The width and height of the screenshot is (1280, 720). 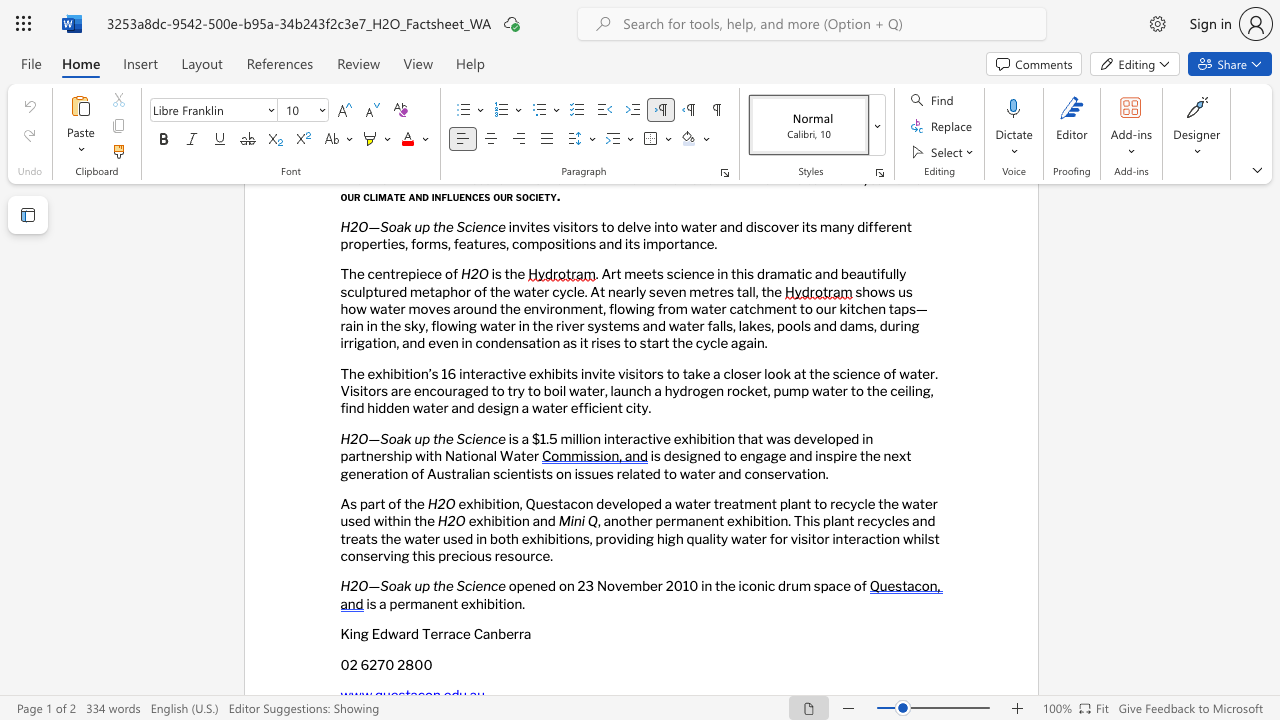 What do you see at coordinates (475, 437) in the screenshot?
I see `the space between the continuous character "i" and "e" in the text` at bounding box center [475, 437].